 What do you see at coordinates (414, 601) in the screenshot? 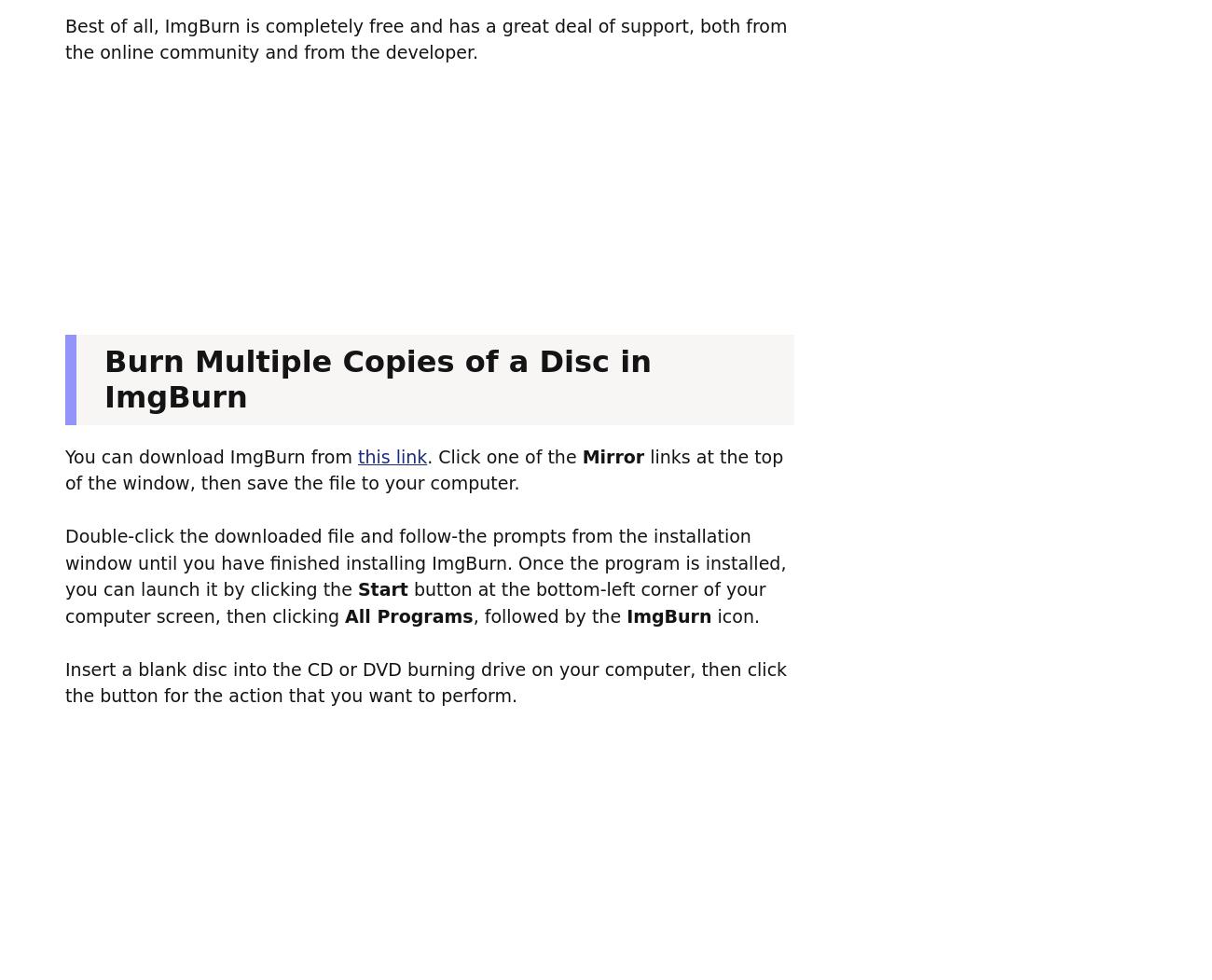
I see `'button at the bottom-left corner of your computer screen, then clicking'` at bounding box center [414, 601].